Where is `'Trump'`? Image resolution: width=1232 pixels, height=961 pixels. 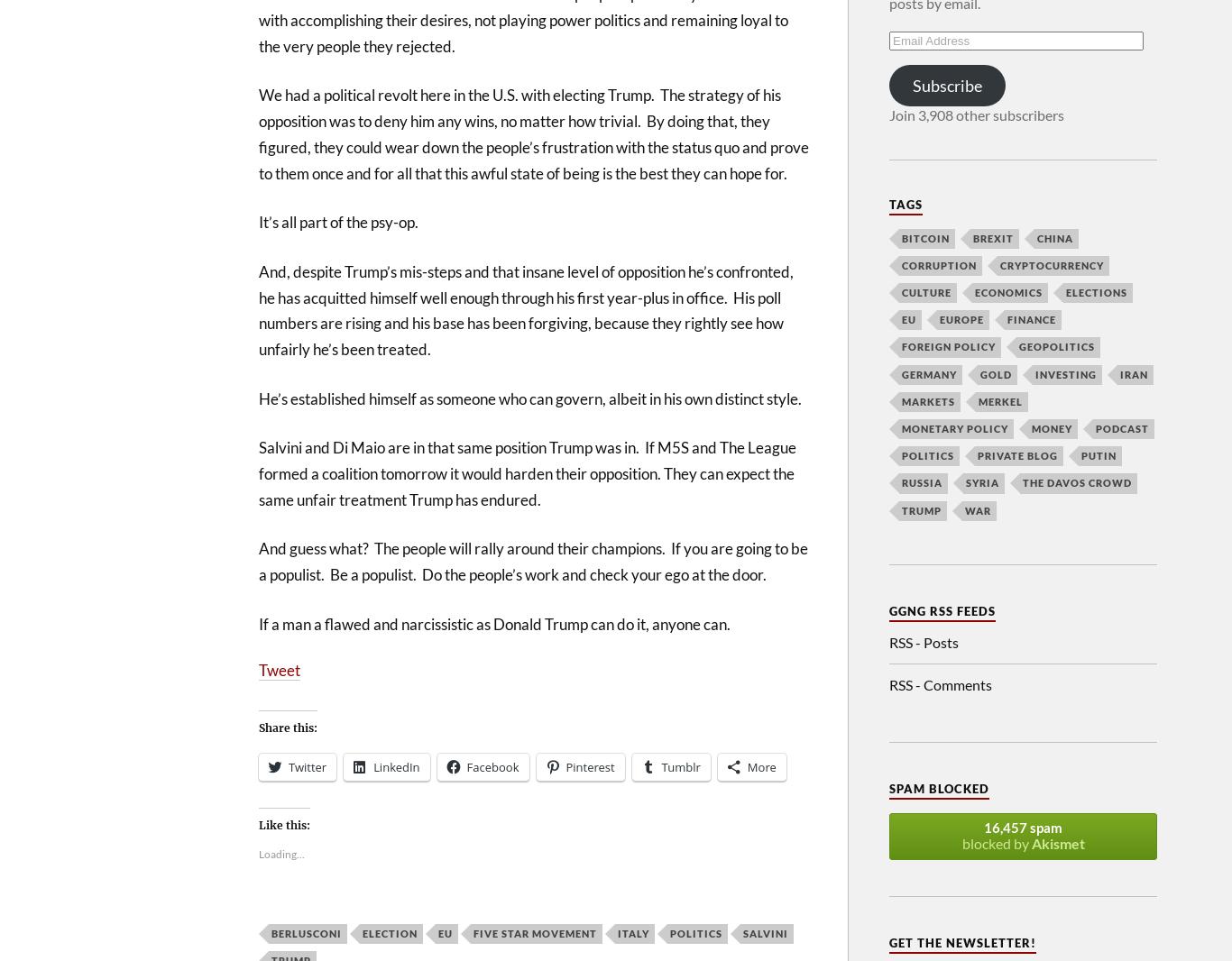 'Trump' is located at coordinates (902, 508).